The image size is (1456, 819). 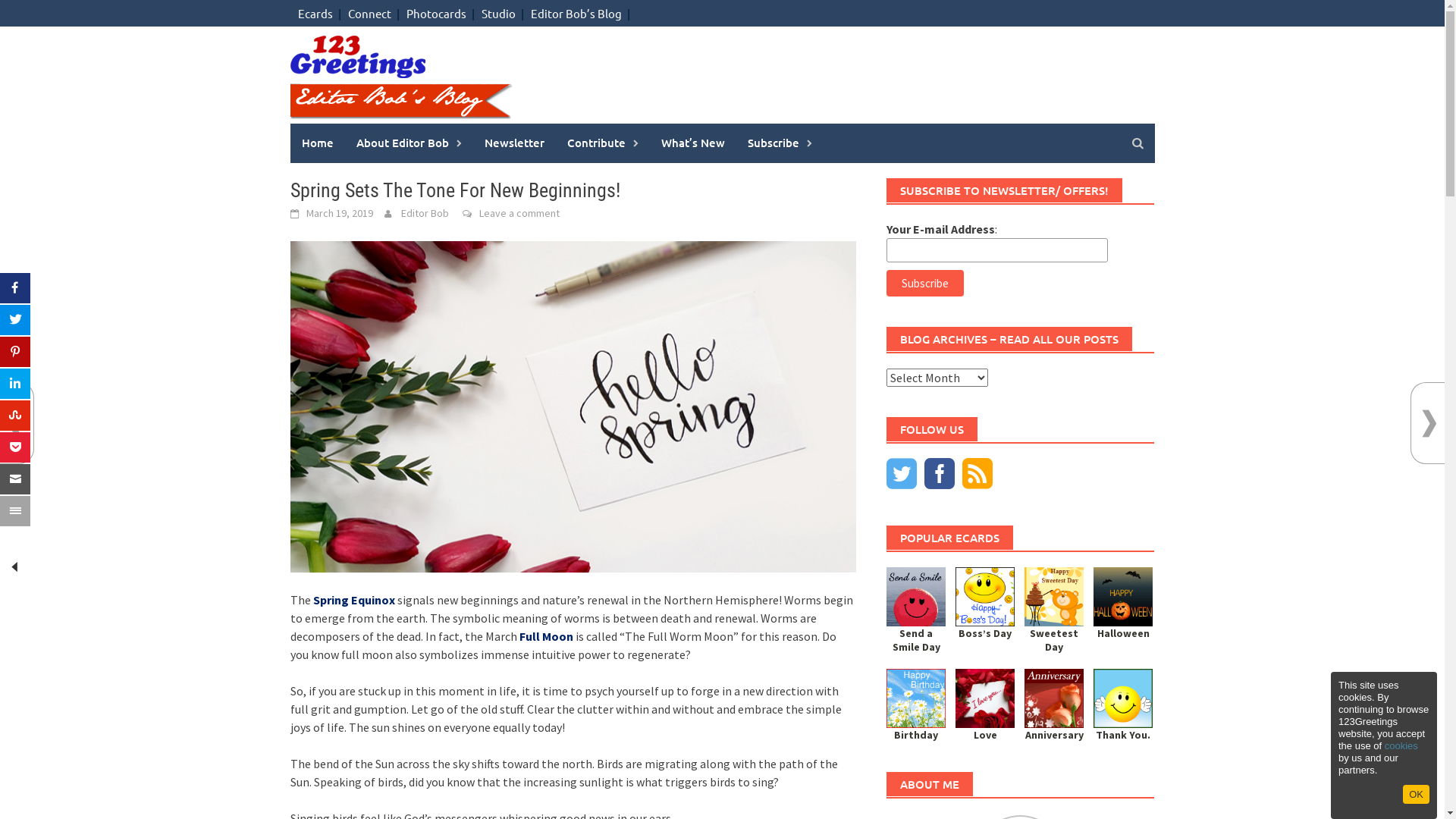 What do you see at coordinates (1401, 745) in the screenshot?
I see `'cookies'` at bounding box center [1401, 745].